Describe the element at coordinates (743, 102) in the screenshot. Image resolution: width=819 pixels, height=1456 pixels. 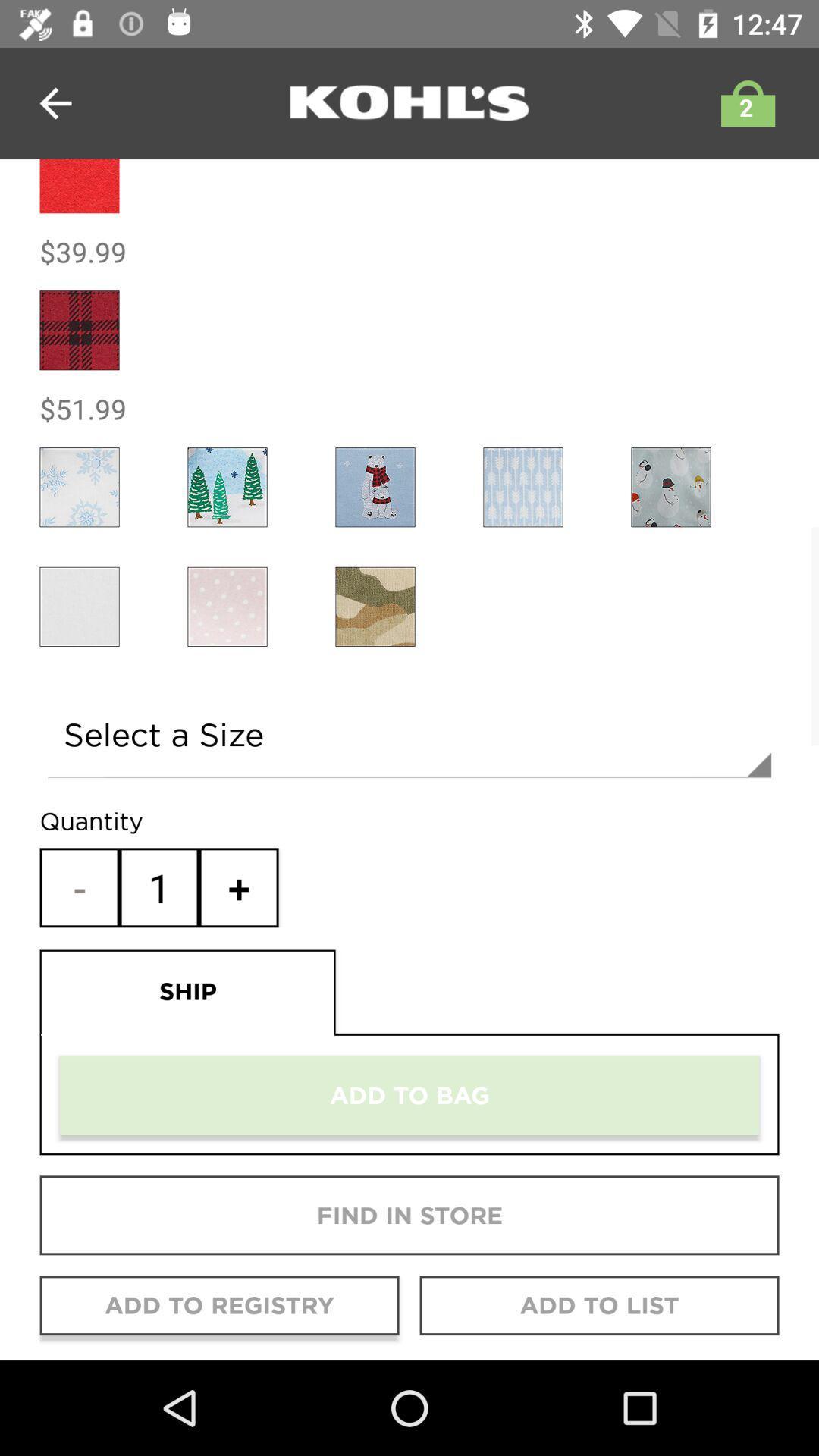
I see `the shop icon` at that location.